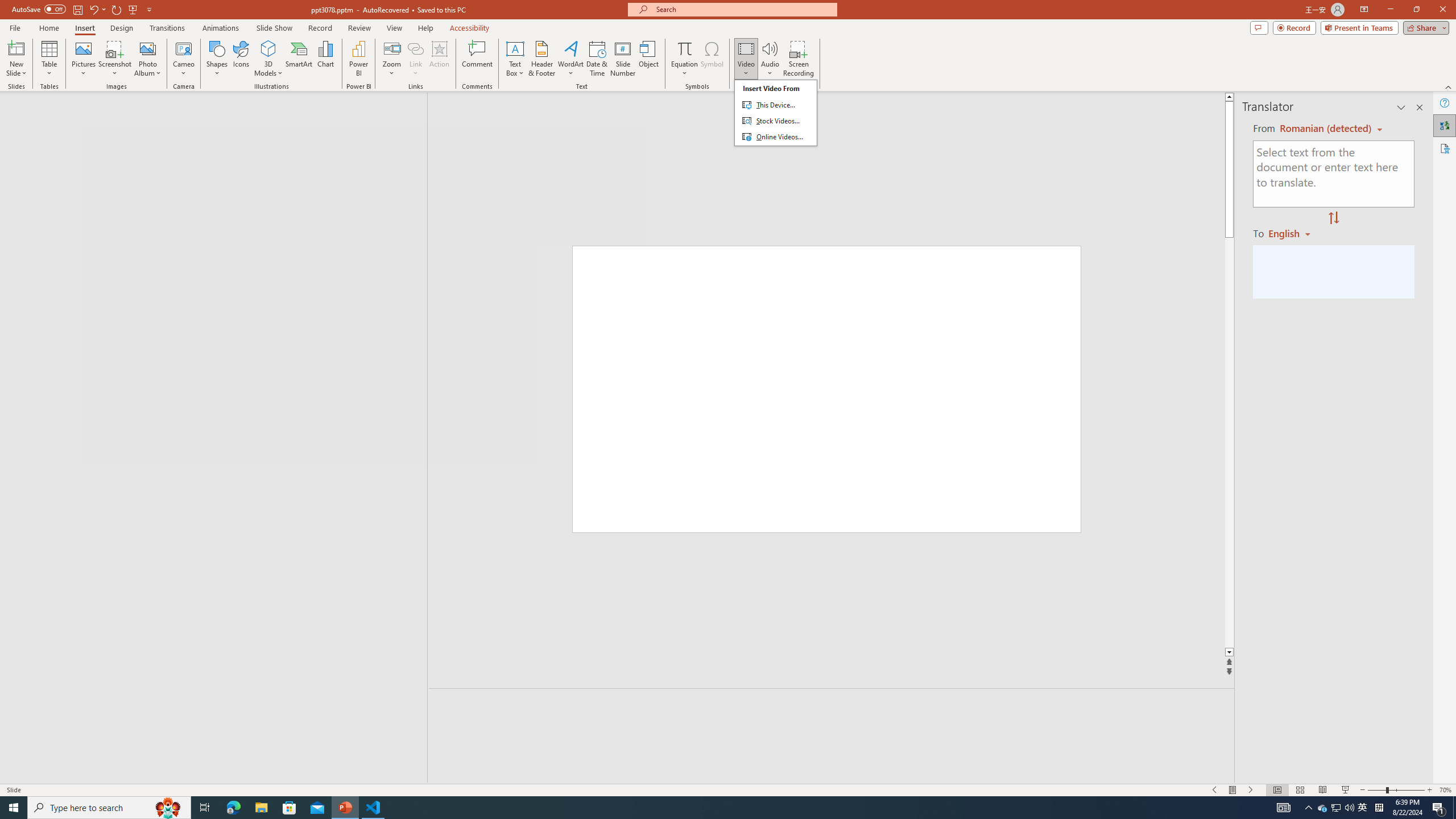 This screenshot has width=1456, height=819. I want to click on 'Action', so click(440, 59).